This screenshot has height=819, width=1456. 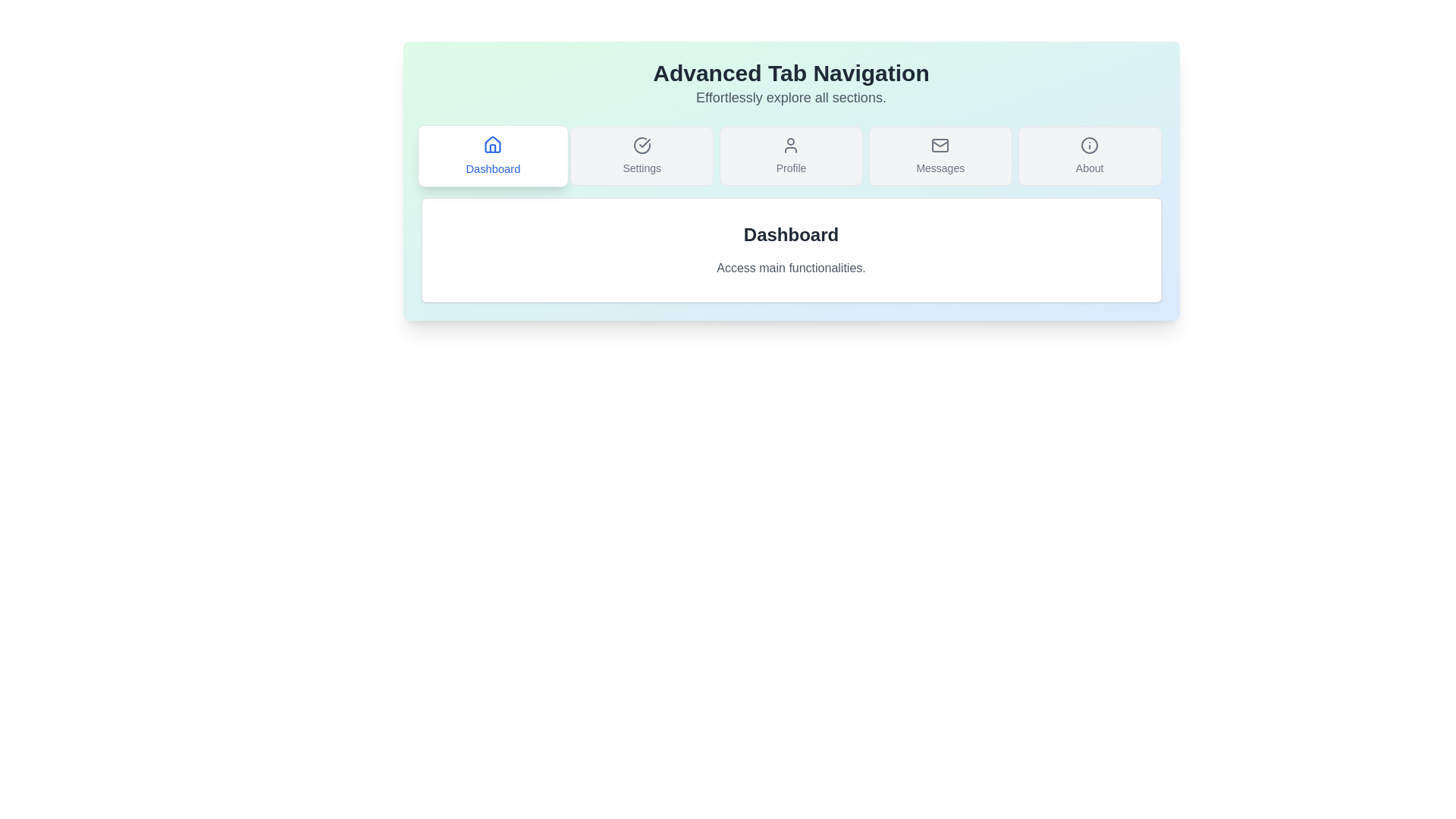 What do you see at coordinates (790, 155) in the screenshot?
I see `the tab button labeled Profile to navigate to the corresponding tab` at bounding box center [790, 155].